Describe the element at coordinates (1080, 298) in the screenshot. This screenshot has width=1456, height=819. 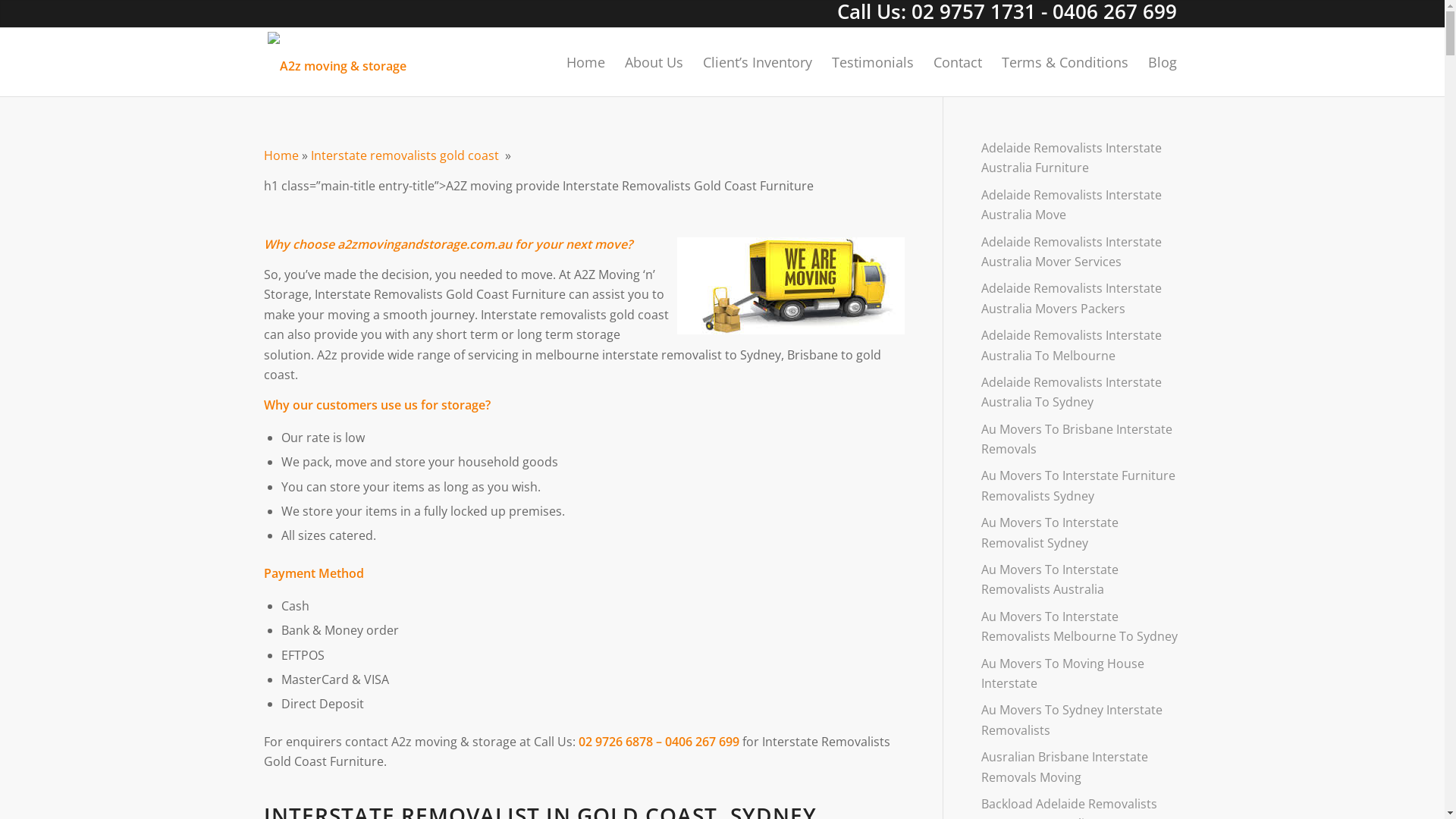
I see `'Adelaide Removalists Interstate Australia Movers Packers'` at that location.